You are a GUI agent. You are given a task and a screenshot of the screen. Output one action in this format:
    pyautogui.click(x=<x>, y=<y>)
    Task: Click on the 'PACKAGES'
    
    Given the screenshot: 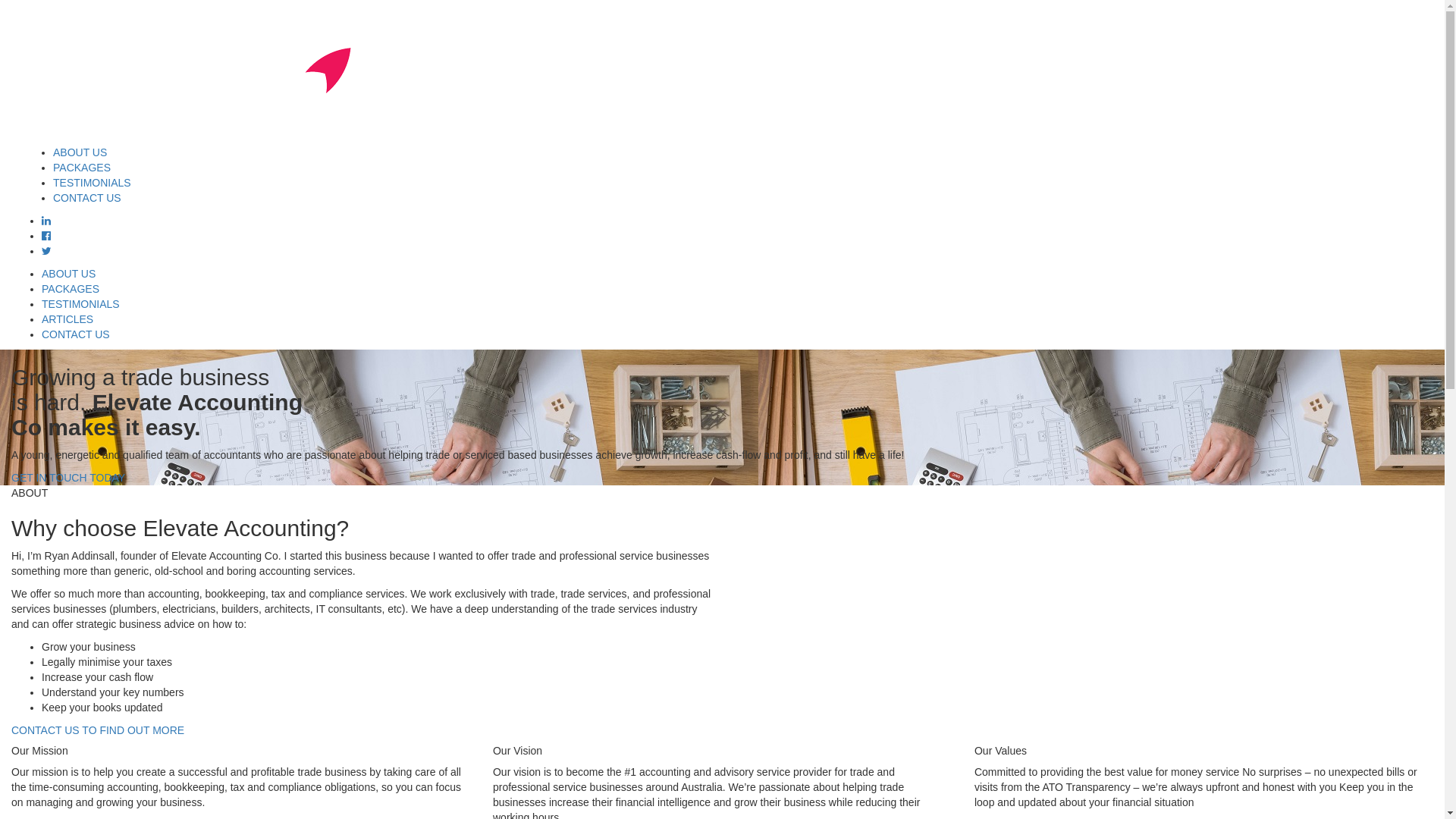 What is the action you would take?
    pyautogui.click(x=41, y=289)
    